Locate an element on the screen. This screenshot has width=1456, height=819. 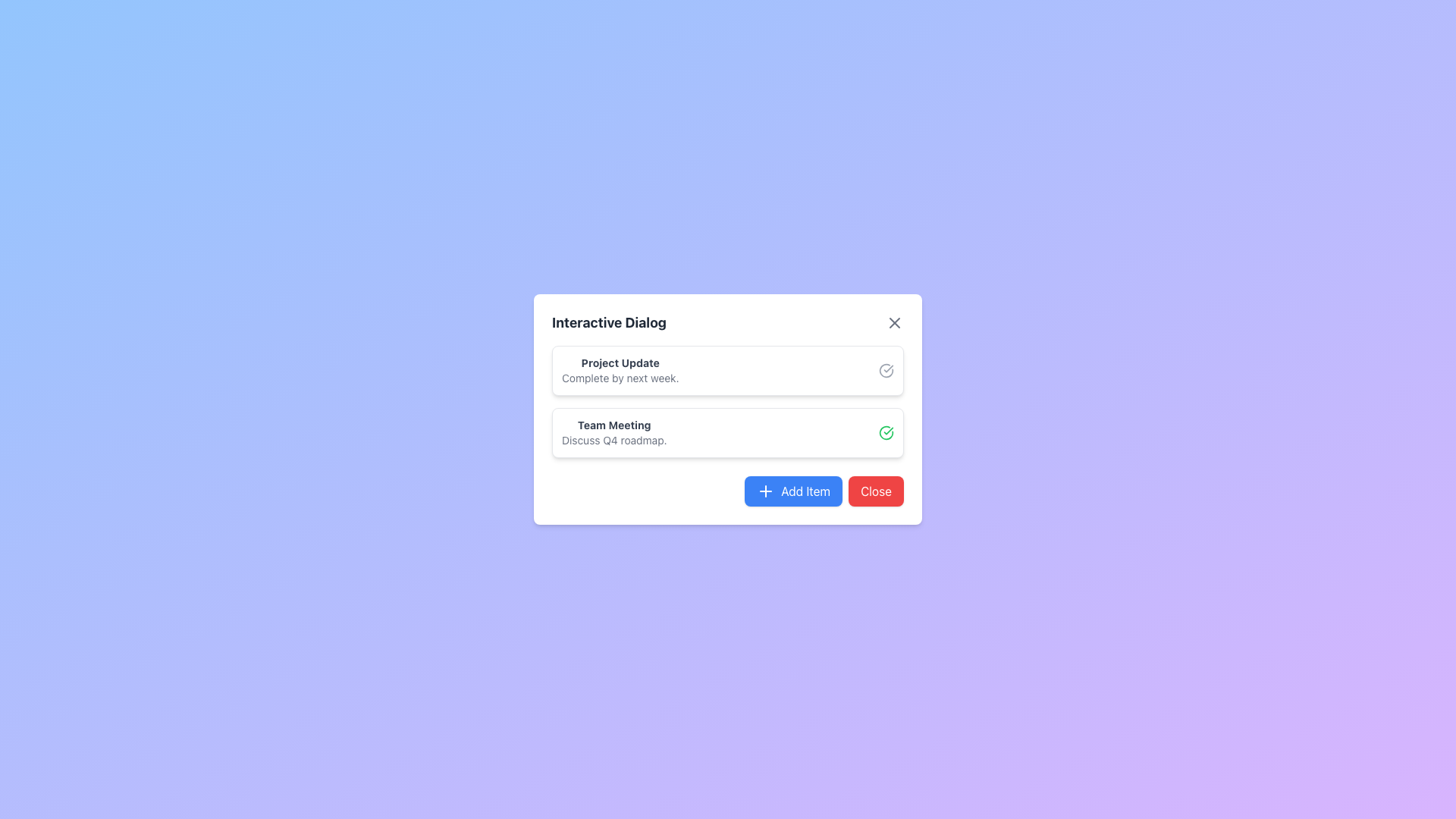
the close button located at the top-right corner of the dialog box is located at coordinates (895, 322).